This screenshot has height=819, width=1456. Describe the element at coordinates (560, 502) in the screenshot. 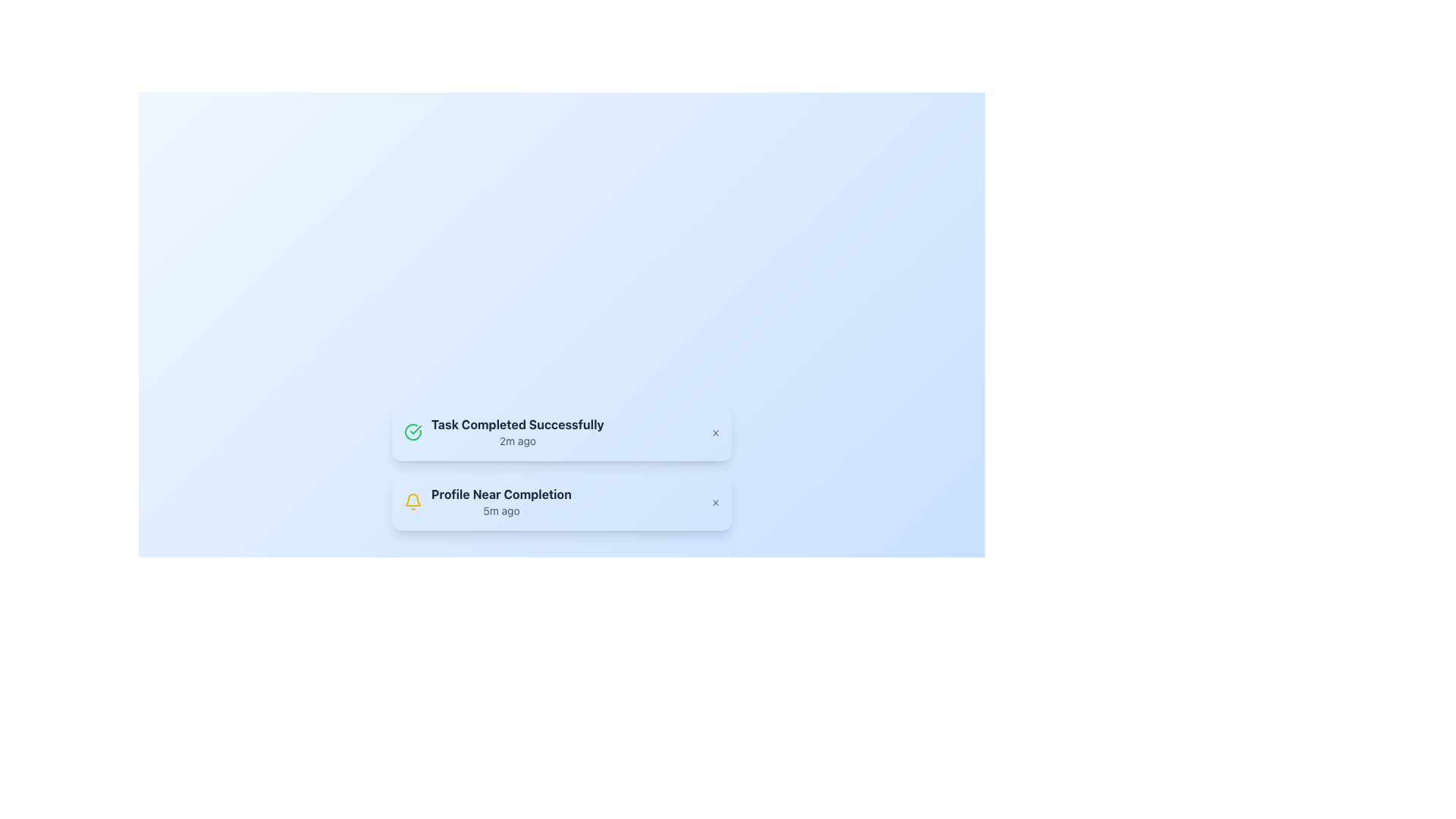

I see `the Notification widget that informs the user of specific status updates, located below 'Task Completed Successfully' and above 'System Update Failed'` at that location.